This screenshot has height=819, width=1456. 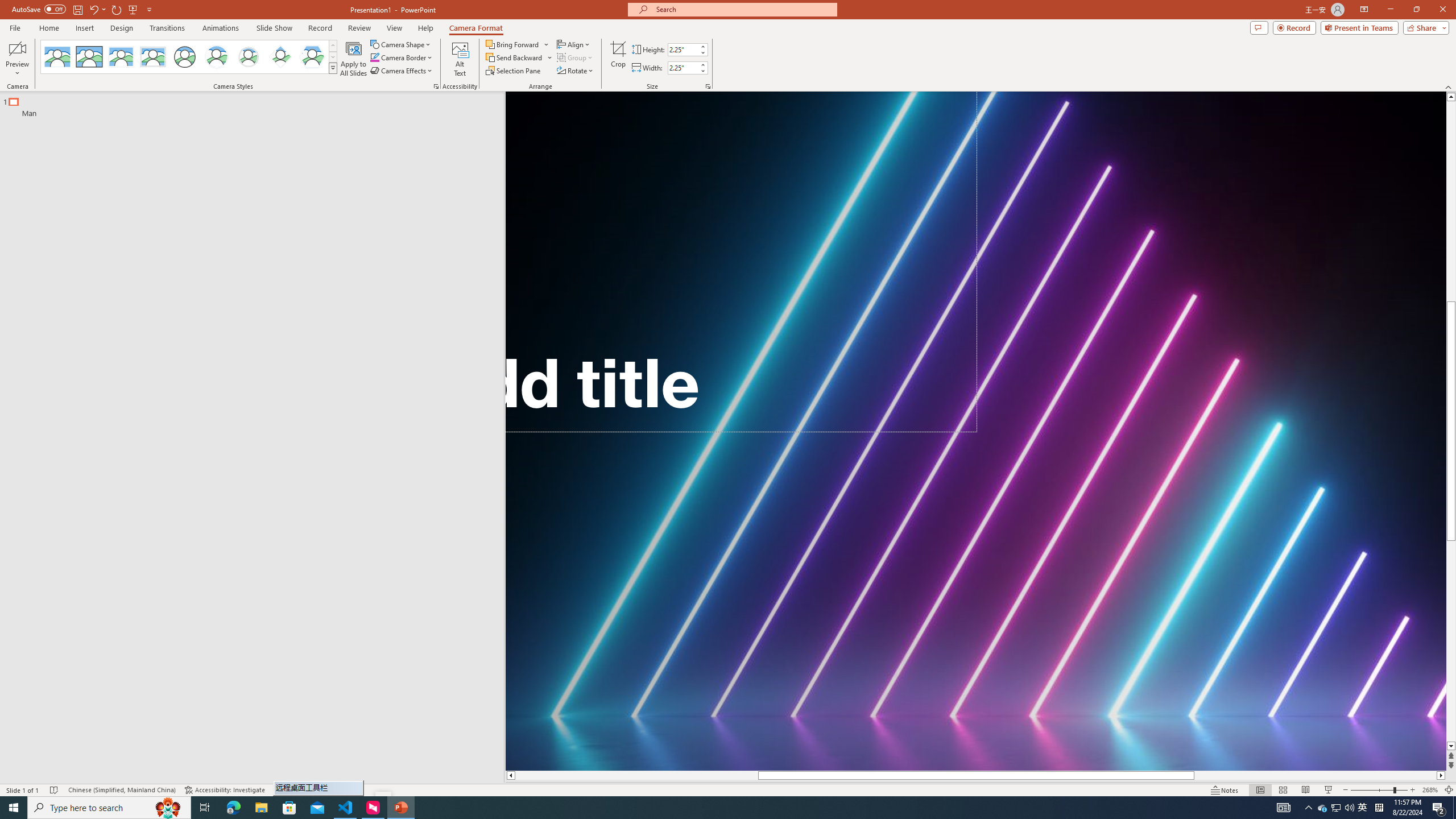 What do you see at coordinates (333, 67) in the screenshot?
I see `'Camera Styles'` at bounding box center [333, 67].